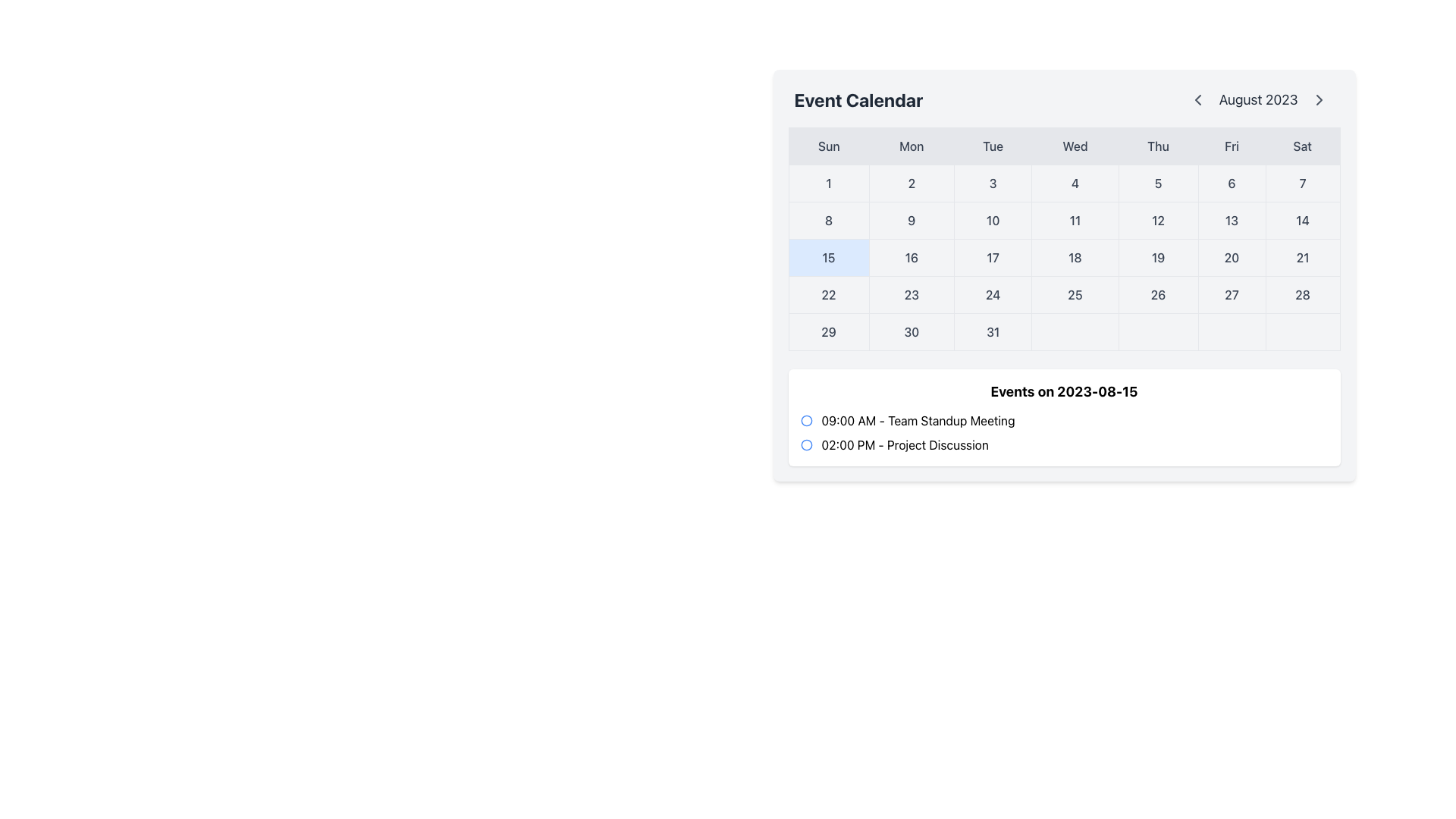 This screenshot has height=819, width=1456. Describe the element at coordinates (911, 220) in the screenshot. I see `the Clickable Calendar Date Cell representing the date '9'` at that location.